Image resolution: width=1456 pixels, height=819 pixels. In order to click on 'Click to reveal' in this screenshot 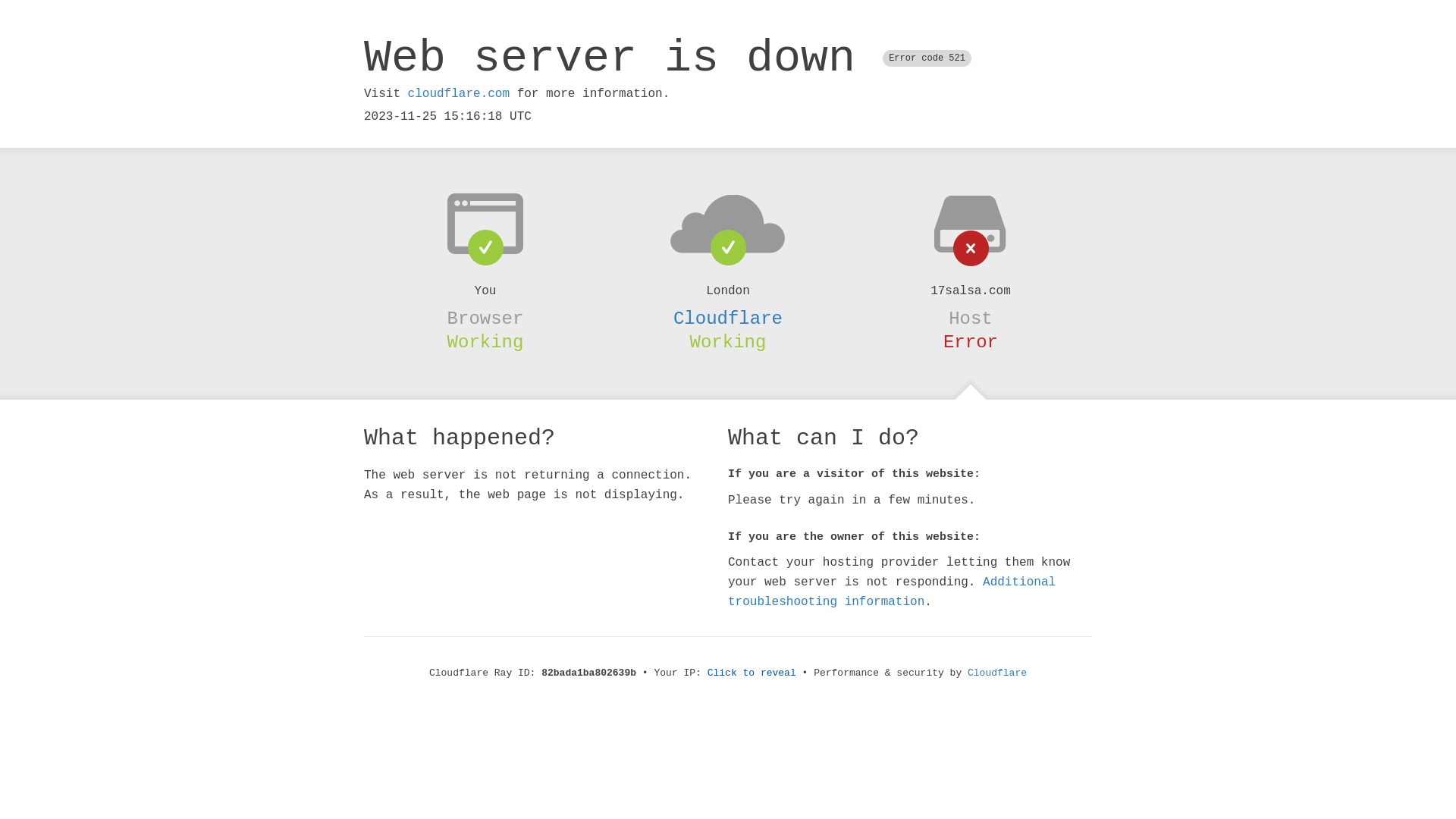, I will do `click(752, 672)`.